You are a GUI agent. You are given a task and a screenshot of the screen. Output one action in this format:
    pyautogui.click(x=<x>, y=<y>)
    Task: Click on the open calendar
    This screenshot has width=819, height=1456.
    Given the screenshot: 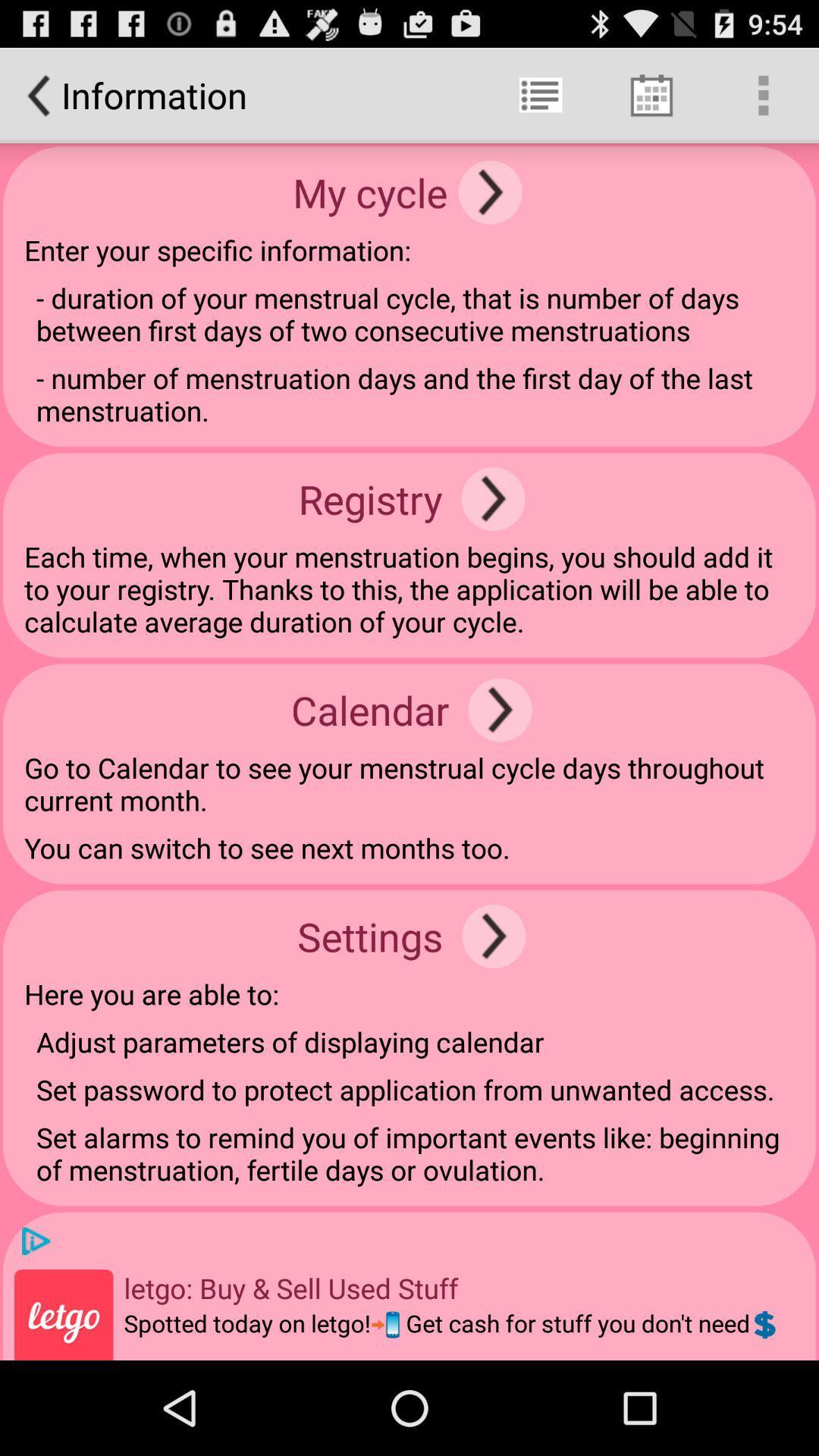 What is the action you would take?
    pyautogui.click(x=500, y=709)
    